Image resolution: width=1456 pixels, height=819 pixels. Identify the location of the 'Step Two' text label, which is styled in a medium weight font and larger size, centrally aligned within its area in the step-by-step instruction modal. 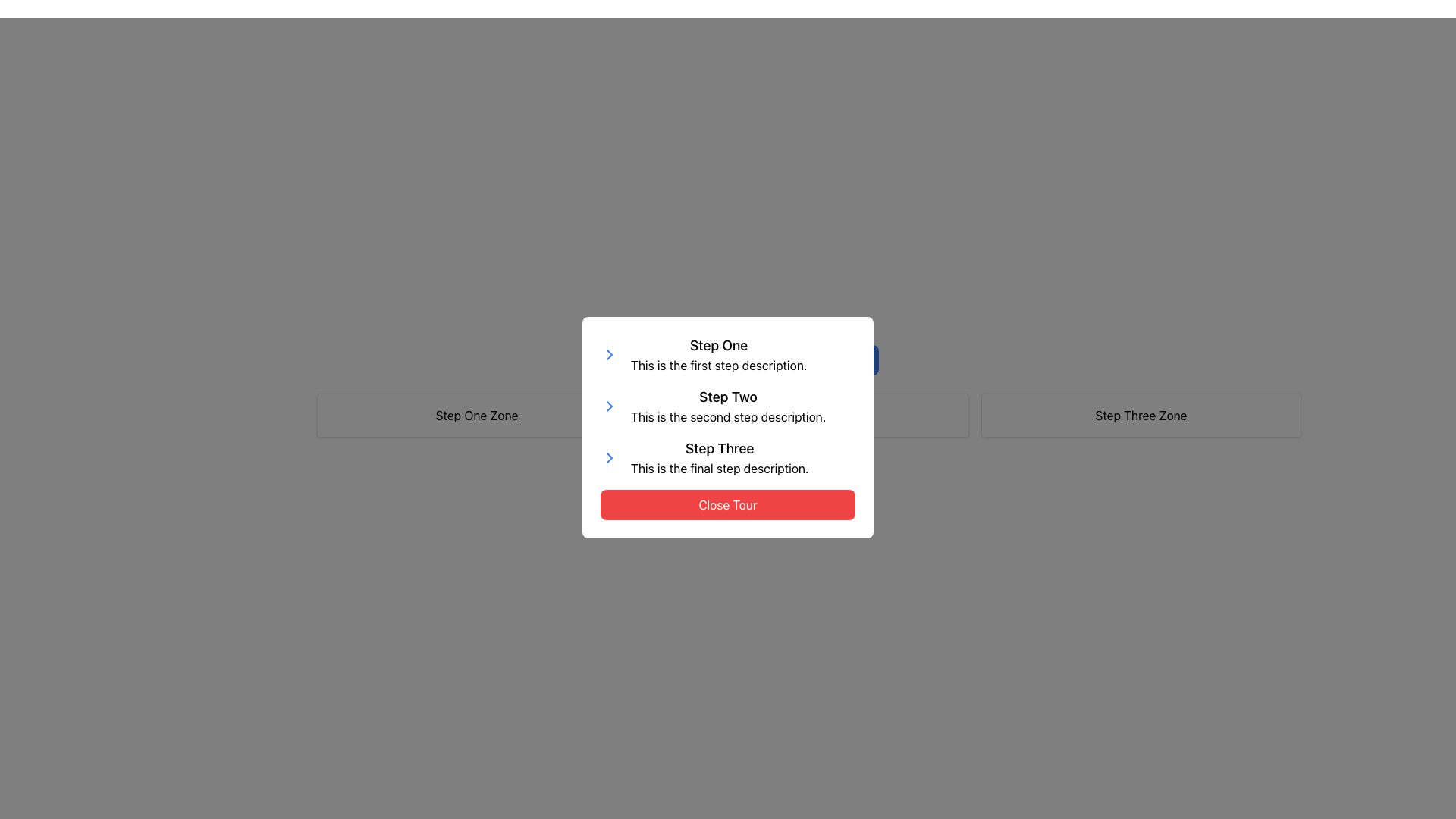
(728, 397).